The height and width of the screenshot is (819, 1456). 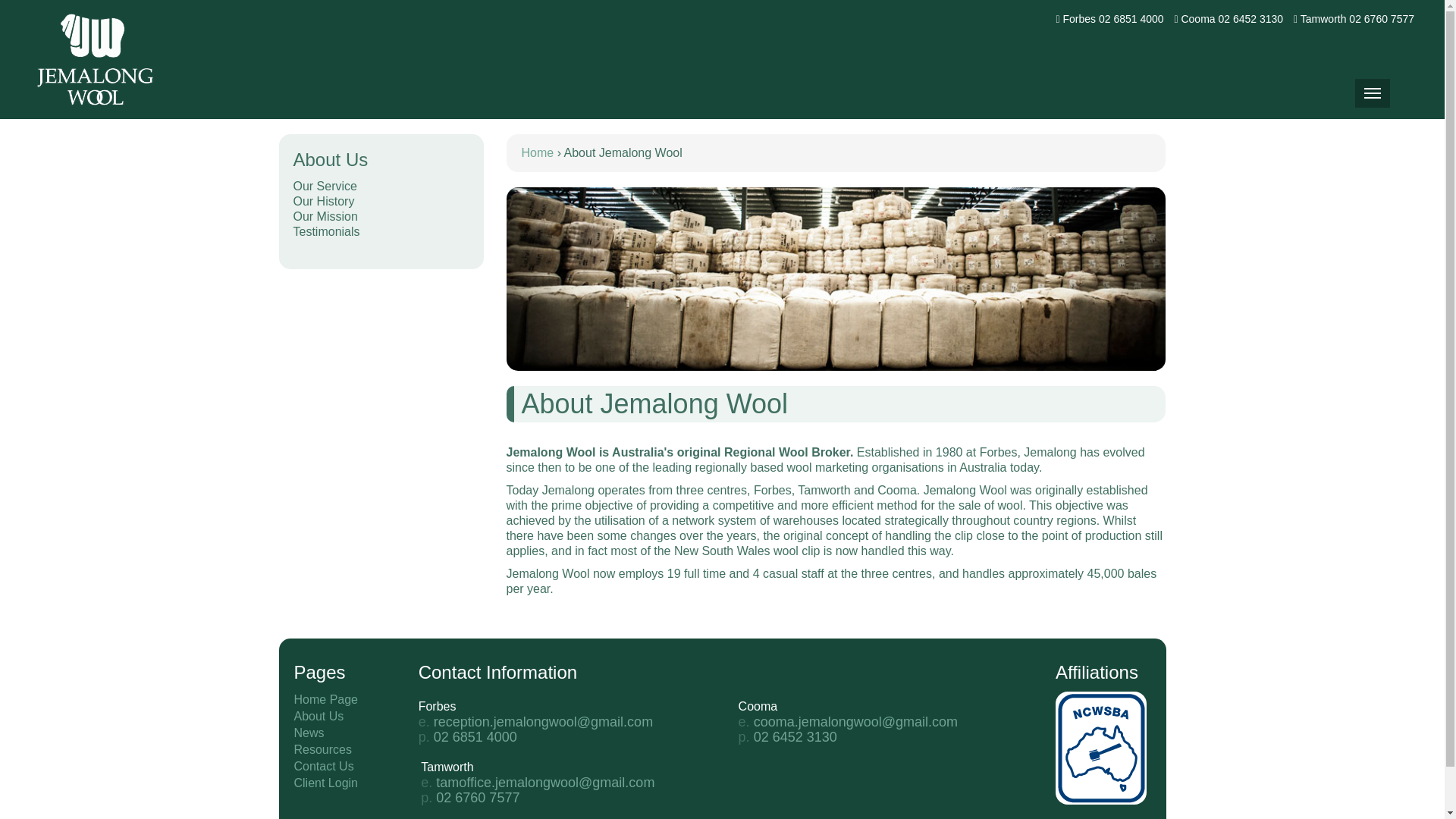 What do you see at coordinates (309, 732) in the screenshot?
I see `'News'` at bounding box center [309, 732].